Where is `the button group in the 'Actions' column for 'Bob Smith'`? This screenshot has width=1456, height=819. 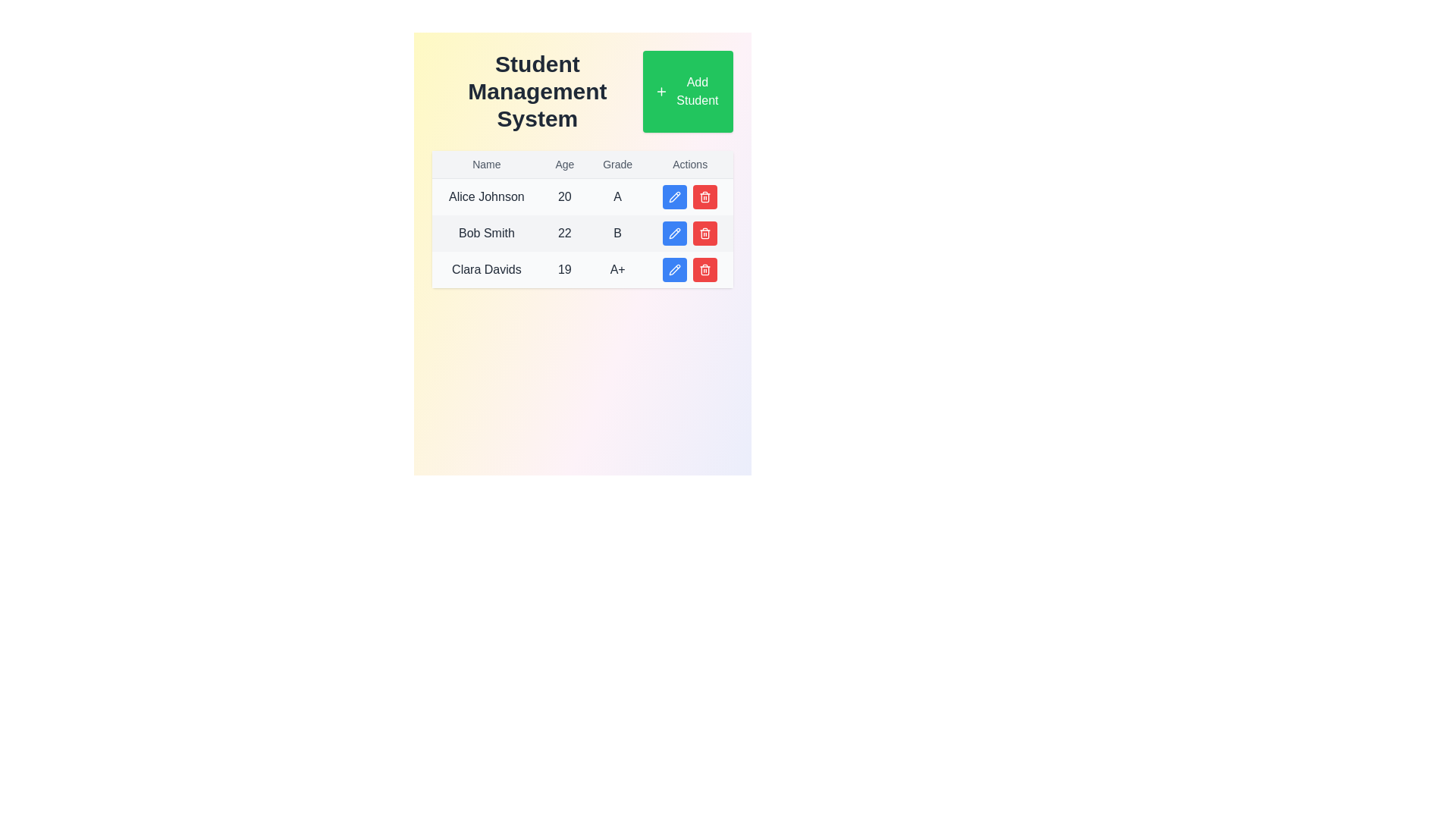
the button group in the 'Actions' column for 'Bob Smith' is located at coordinates (689, 234).